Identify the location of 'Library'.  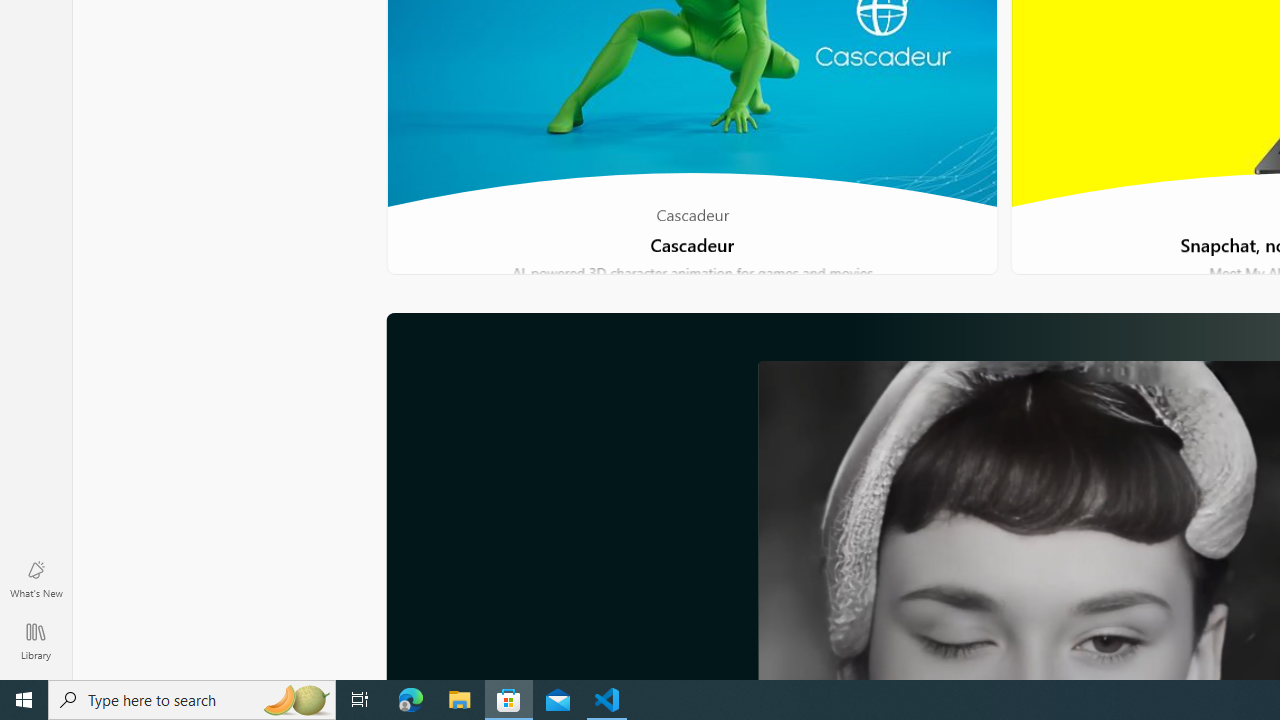
(35, 640).